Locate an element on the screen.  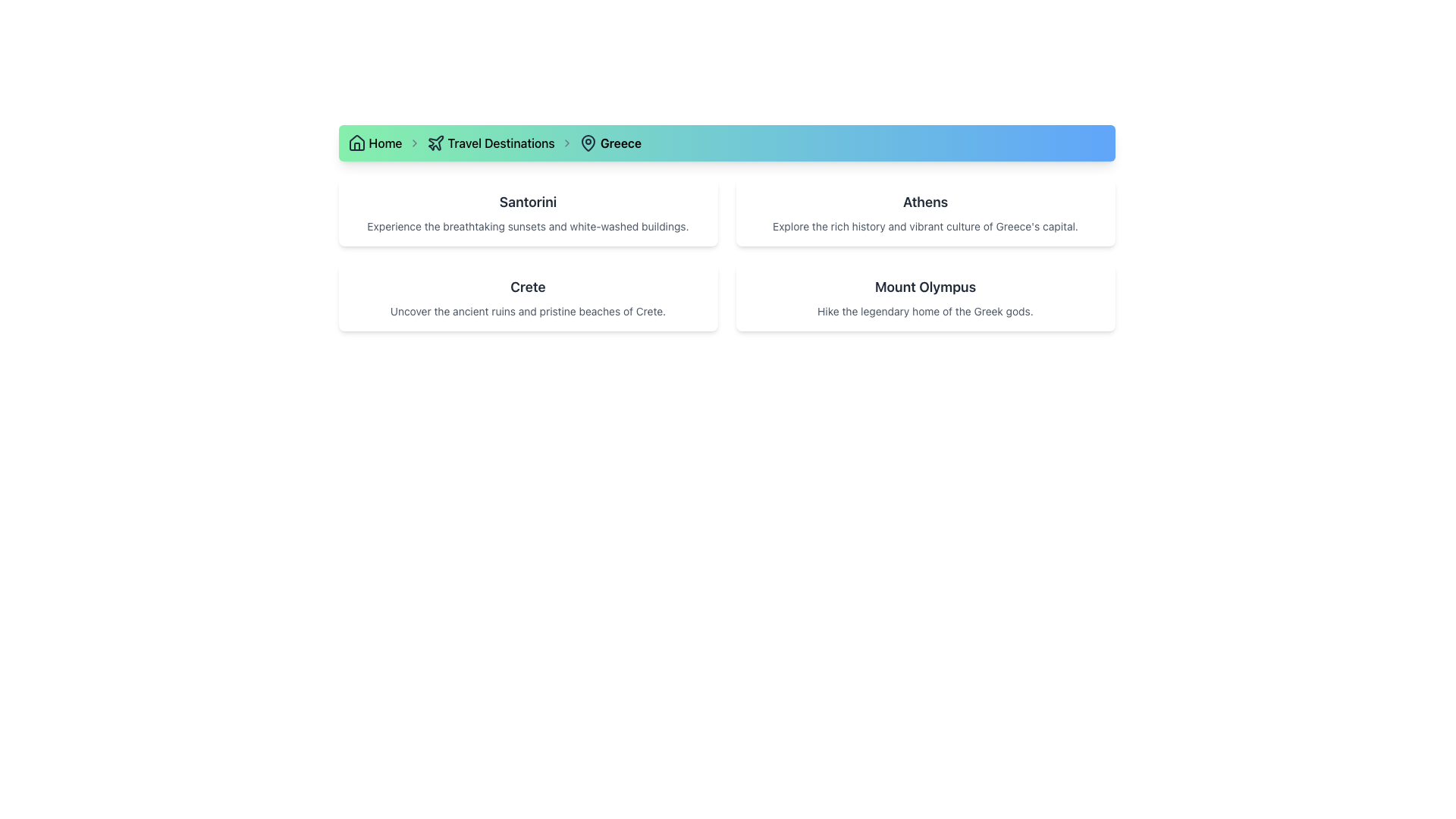
the Breadcrumb Navigation Bar is located at coordinates (726, 143).